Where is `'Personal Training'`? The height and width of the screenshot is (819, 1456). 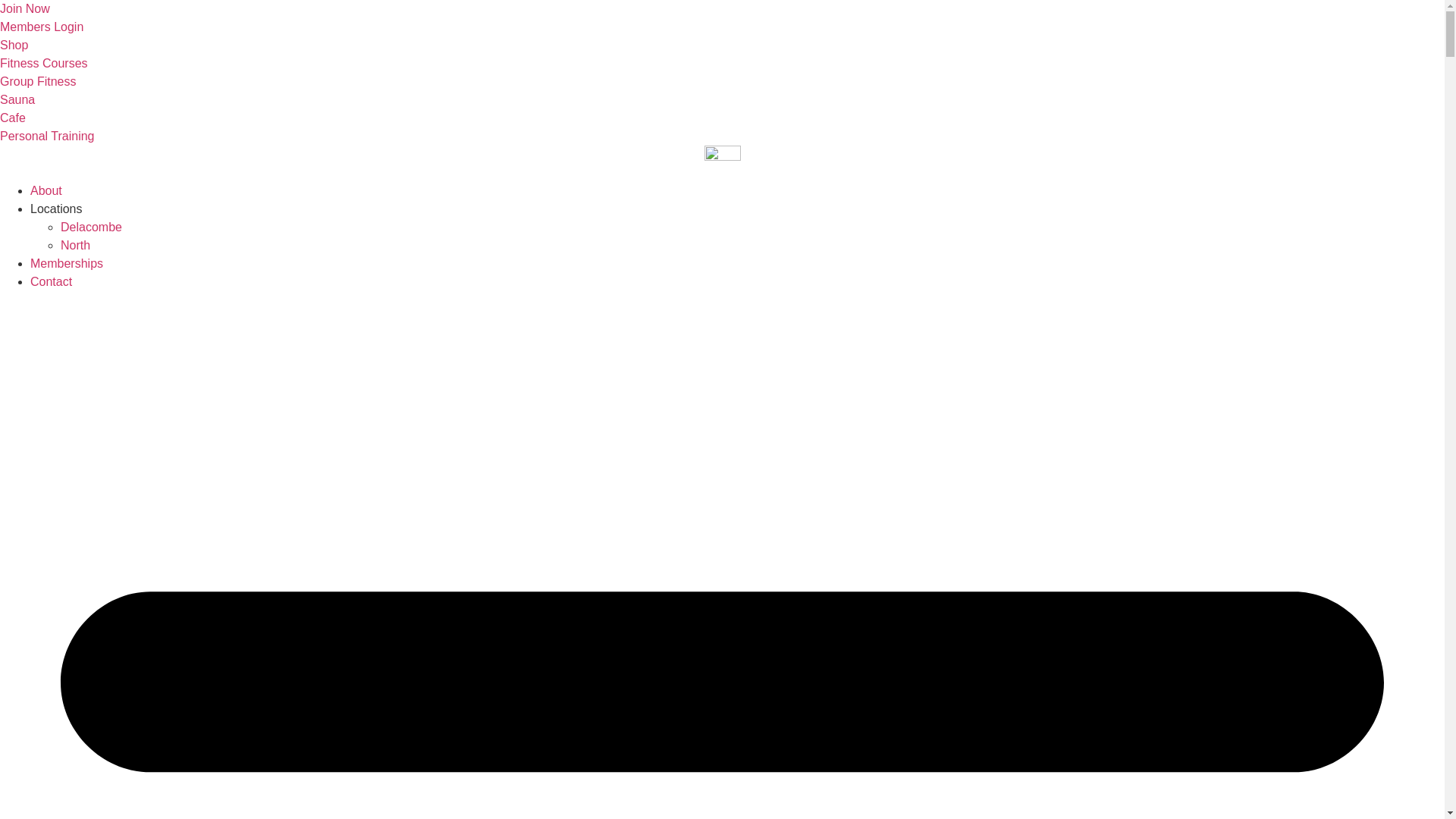
'Personal Training' is located at coordinates (0, 135).